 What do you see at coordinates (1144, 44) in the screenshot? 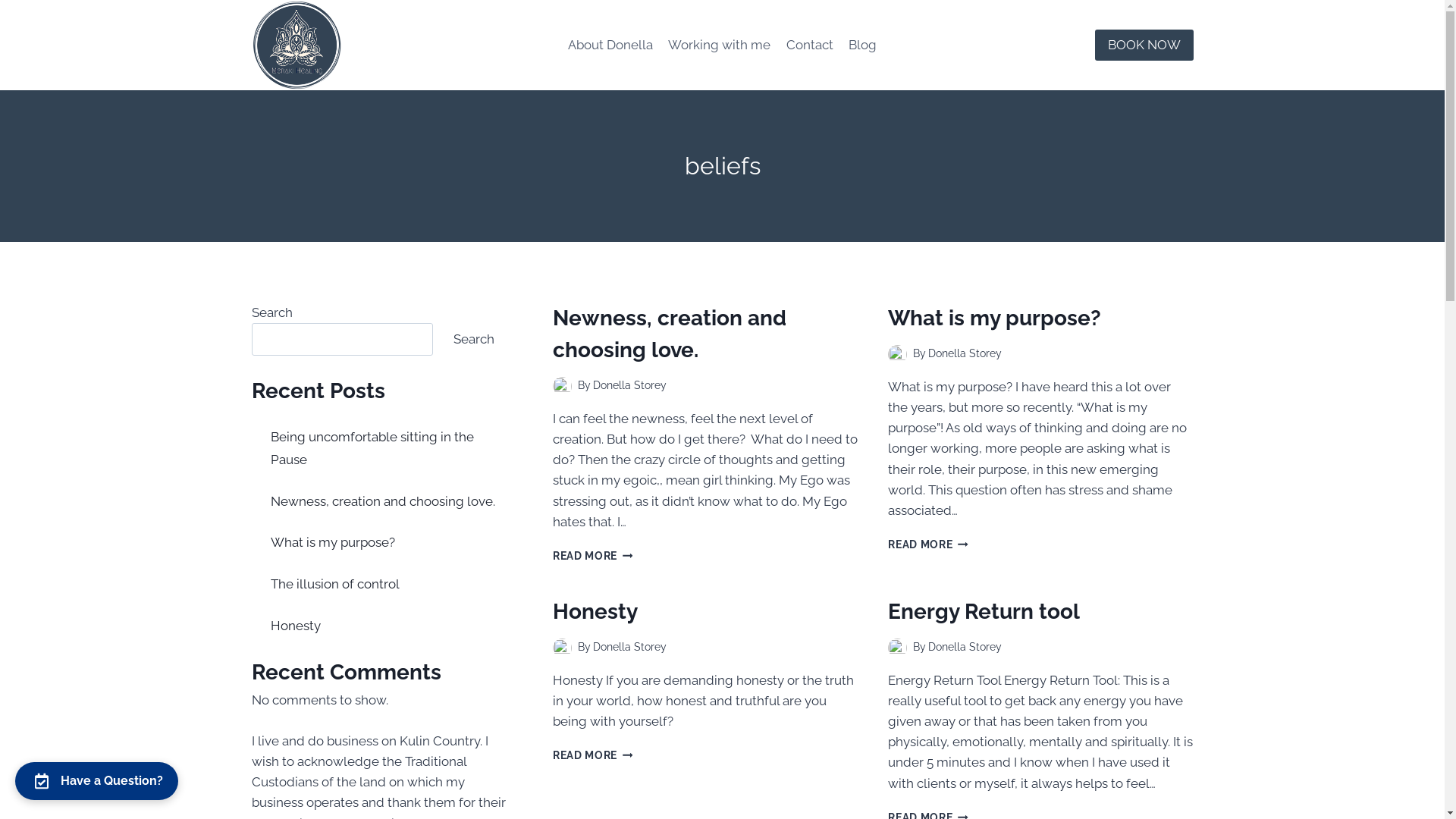
I see `'BOOK NOW'` at bounding box center [1144, 44].